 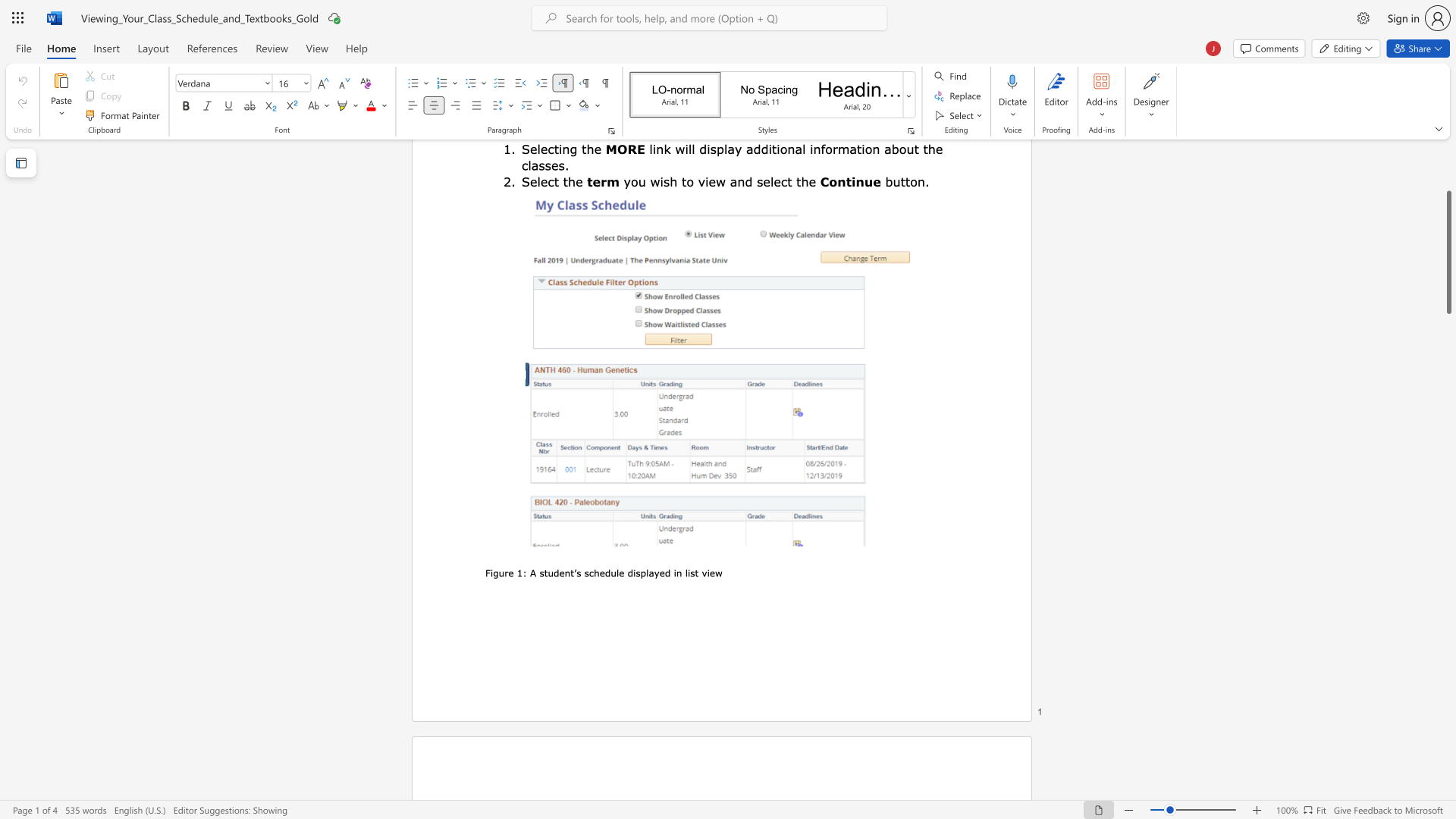 What do you see at coordinates (1448, 251) in the screenshot?
I see `the scrollbar and move down 1290 pixels` at bounding box center [1448, 251].